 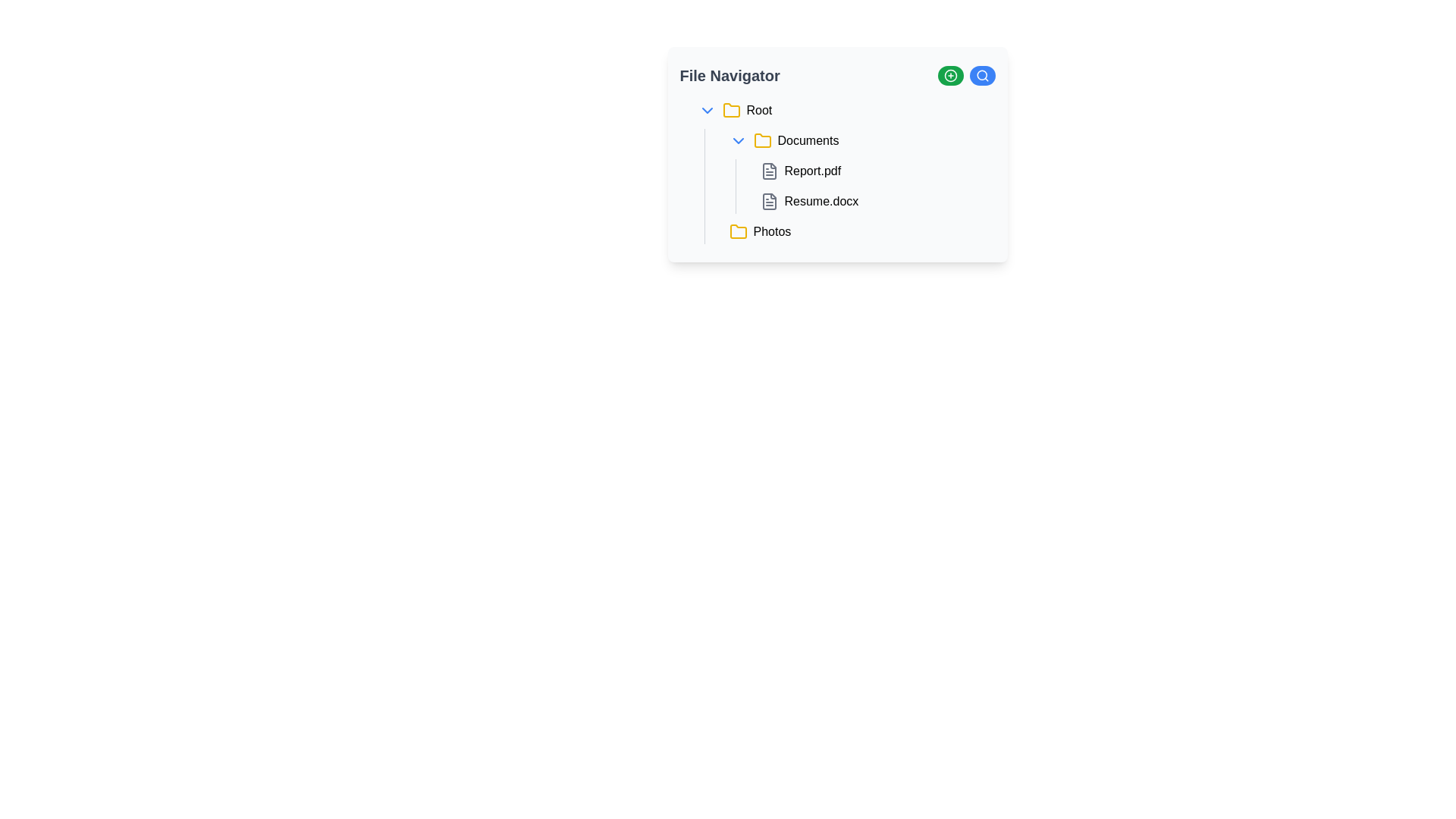 What do you see at coordinates (731, 110) in the screenshot?
I see `the folder icon representing the 'Root' directory in the file navigation system` at bounding box center [731, 110].